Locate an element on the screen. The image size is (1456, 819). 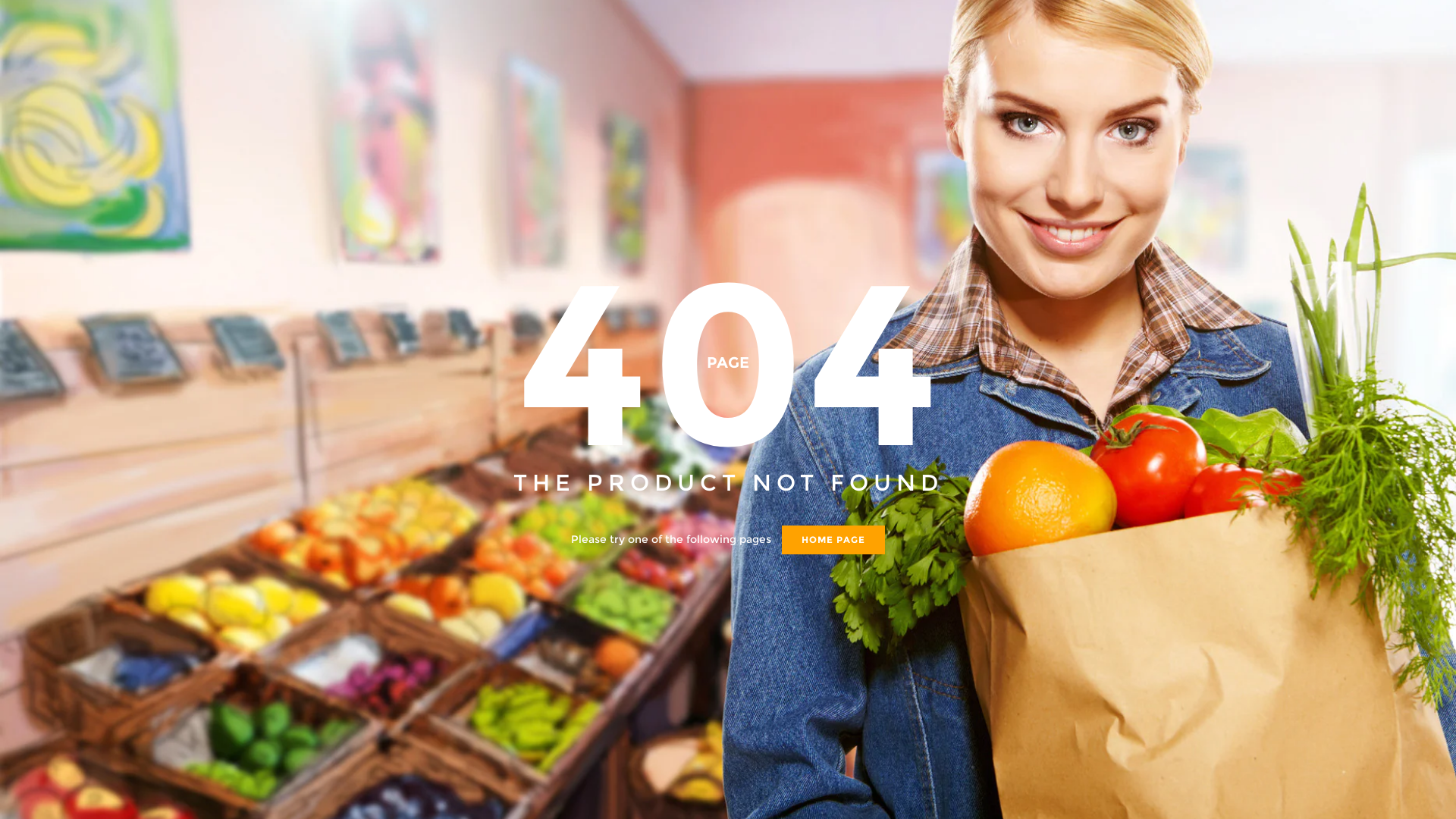
'HOME PAGE' is located at coordinates (833, 538).